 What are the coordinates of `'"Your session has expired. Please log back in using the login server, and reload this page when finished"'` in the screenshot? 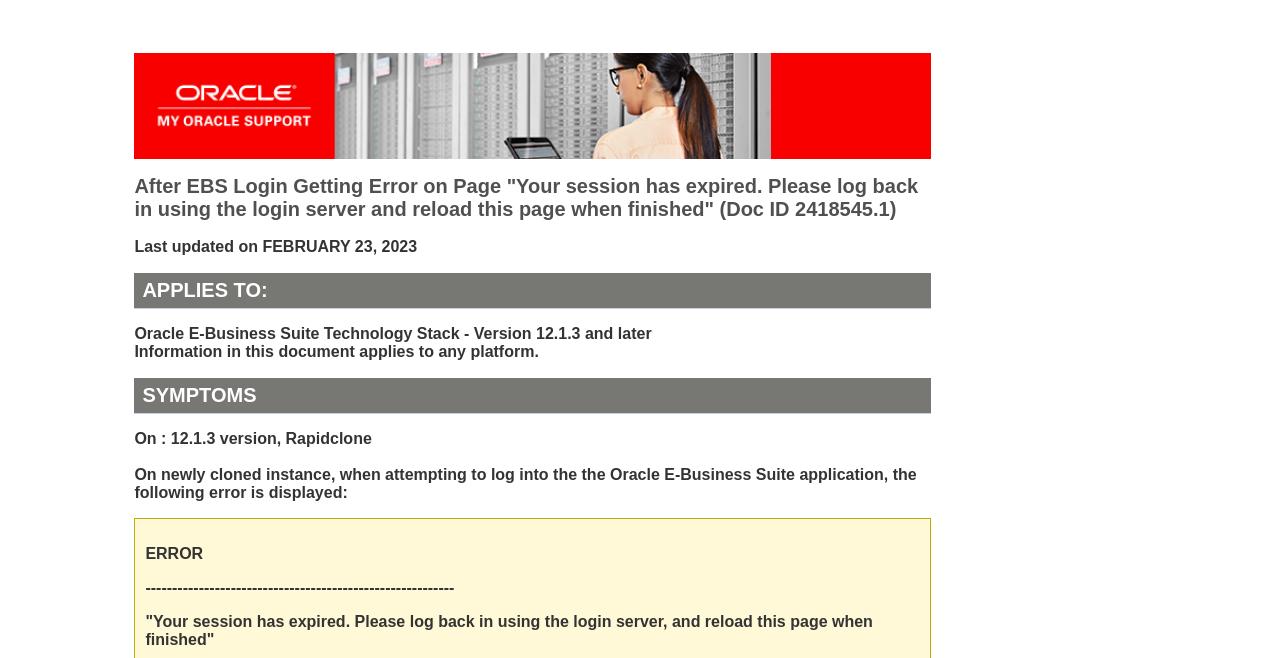 It's located at (508, 630).